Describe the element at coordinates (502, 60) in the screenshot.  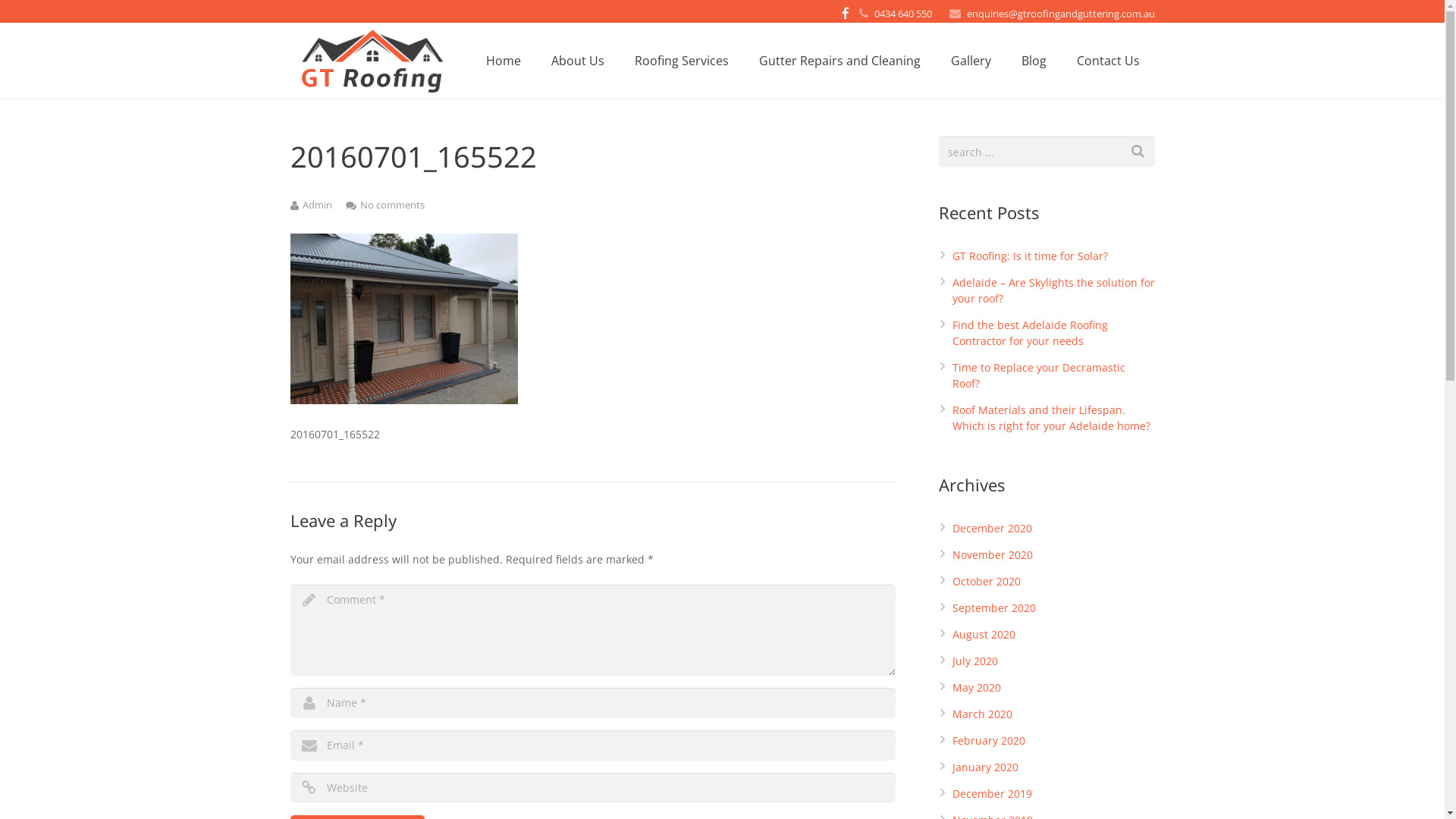
I see `'Home'` at that location.